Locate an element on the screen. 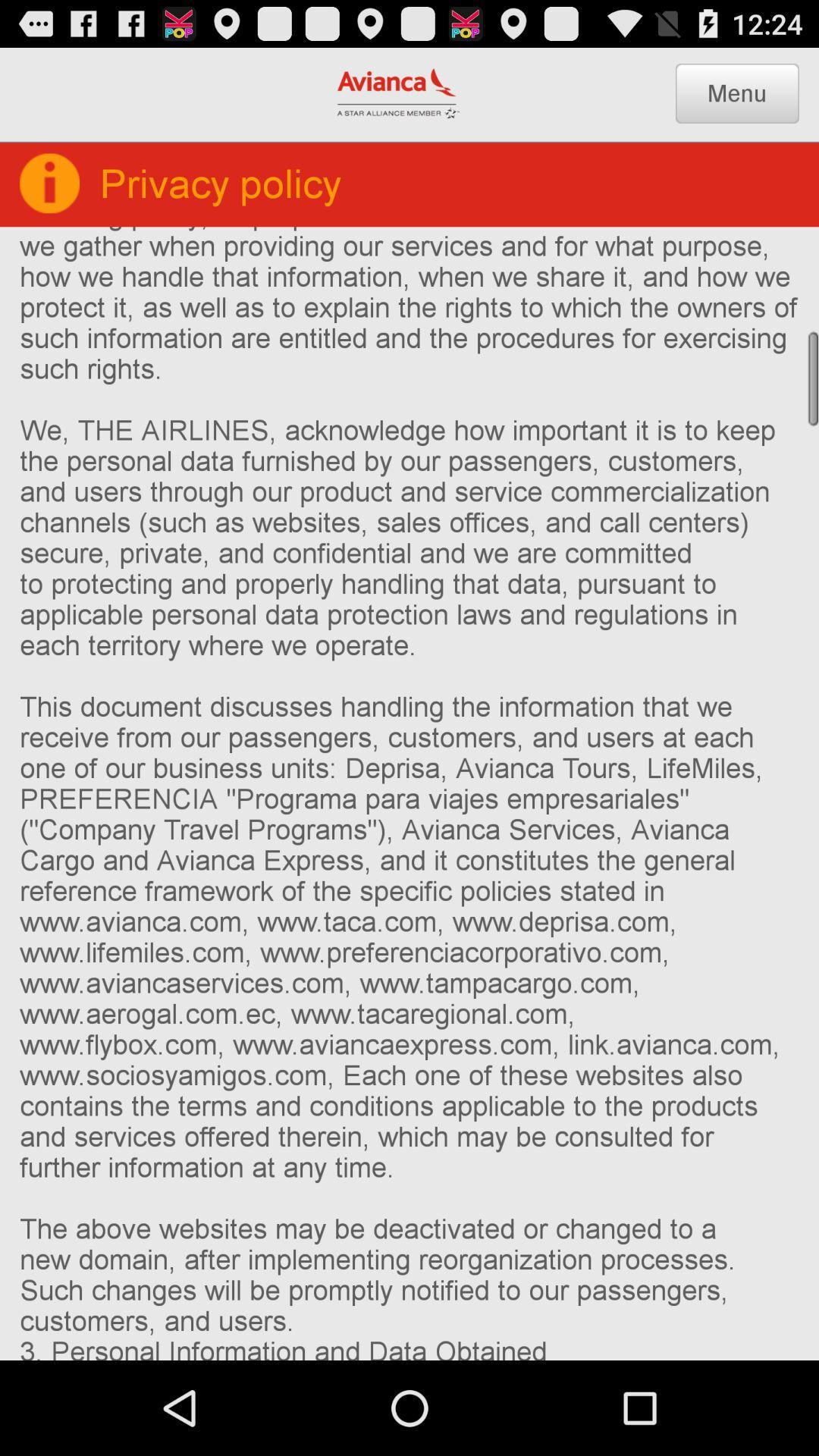 This screenshot has width=819, height=1456. icon at the top right corner is located at coordinates (736, 93).